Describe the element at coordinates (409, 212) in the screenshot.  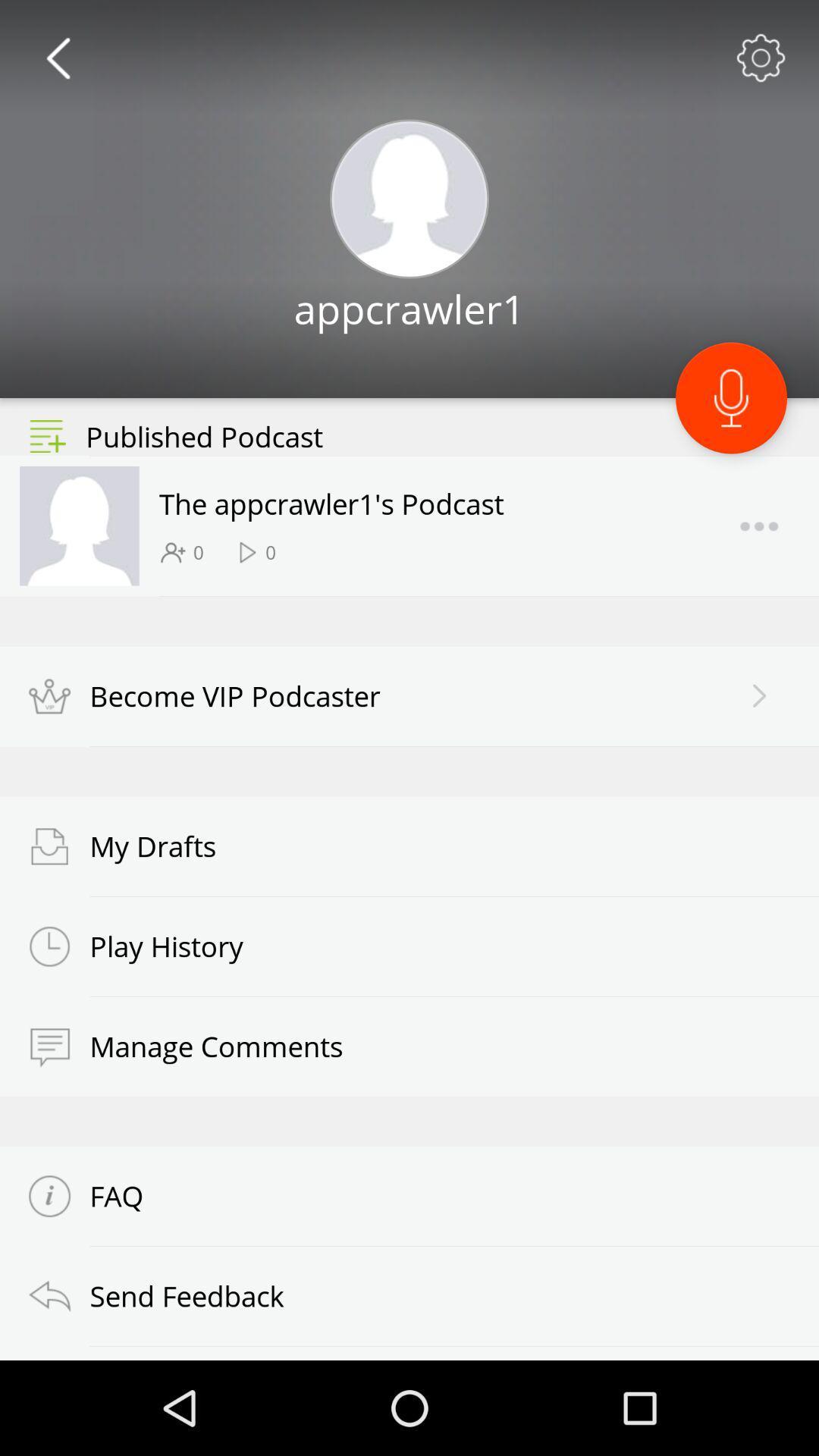
I see `the avatar icon` at that location.